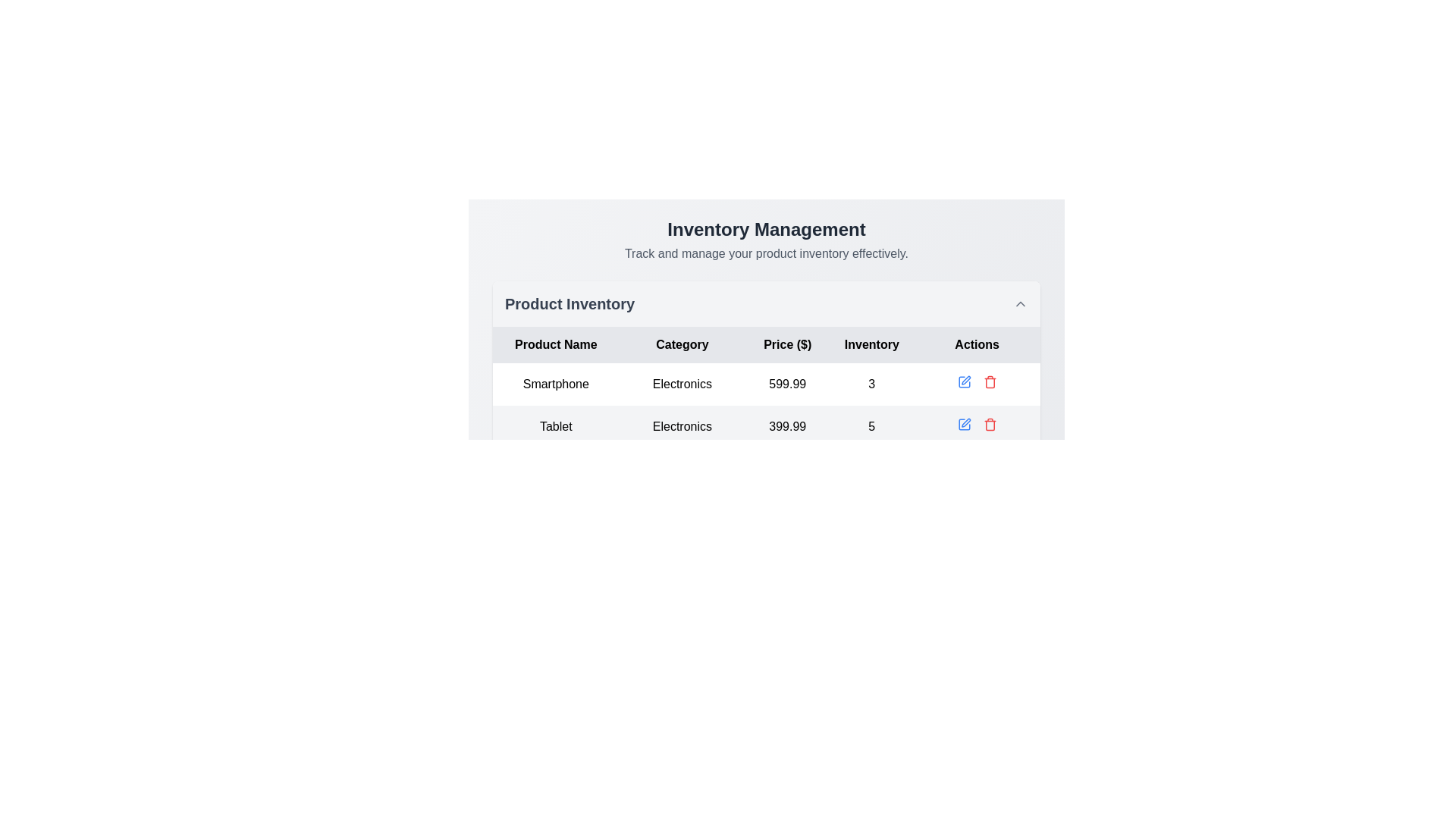 This screenshot has width=1456, height=819. What do you see at coordinates (555, 345) in the screenshot?
I see `the 'Product Name' header label located at the far left of the header row in the table layout` at bounding box center [555, 345].